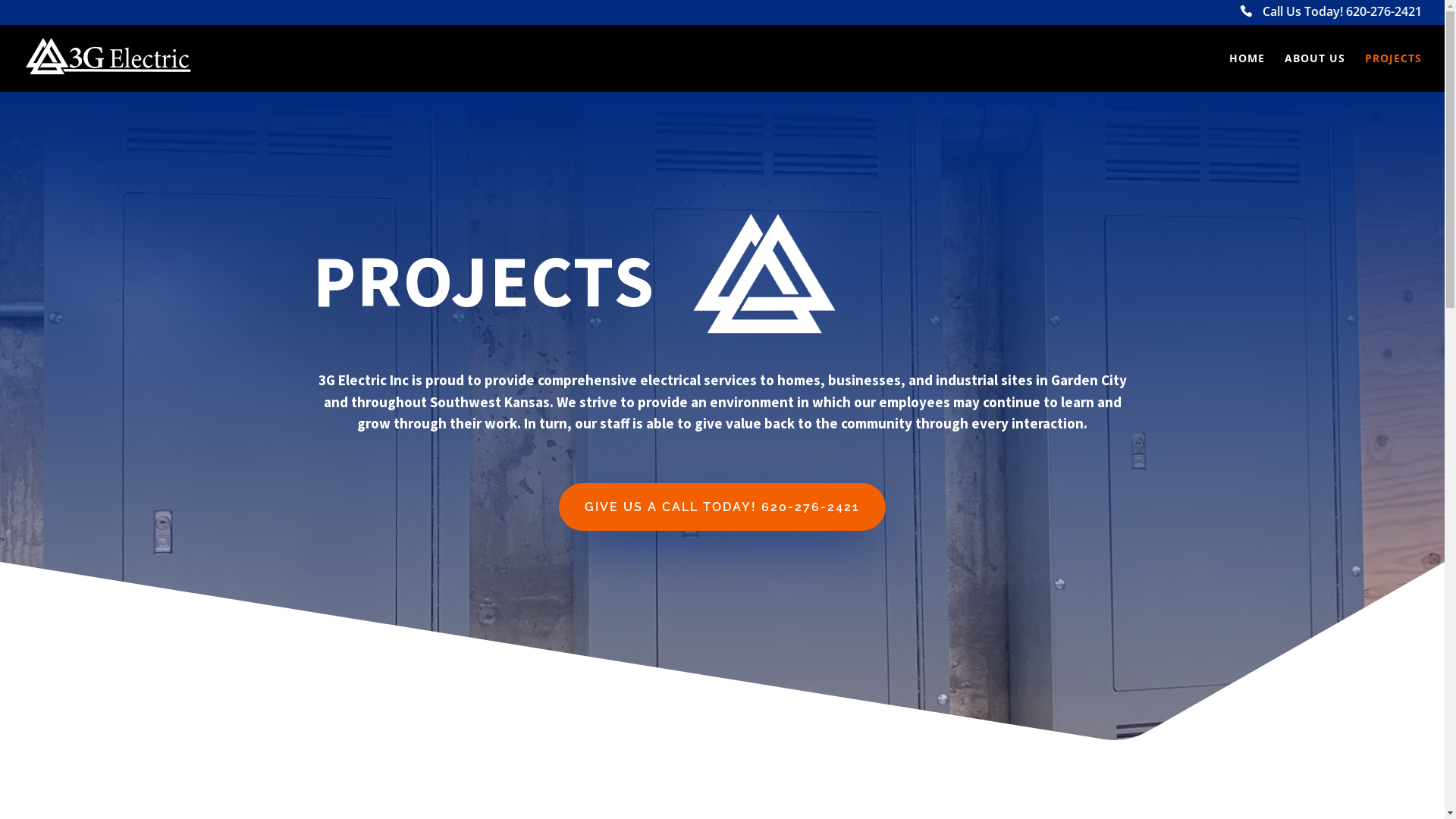 This screenshot has height=819, width=1456. Describe the element at coordinates (721, 507) in the screenshot. I see `'GIVE US A CALL TODAY! 620-276-2421'` at that location.